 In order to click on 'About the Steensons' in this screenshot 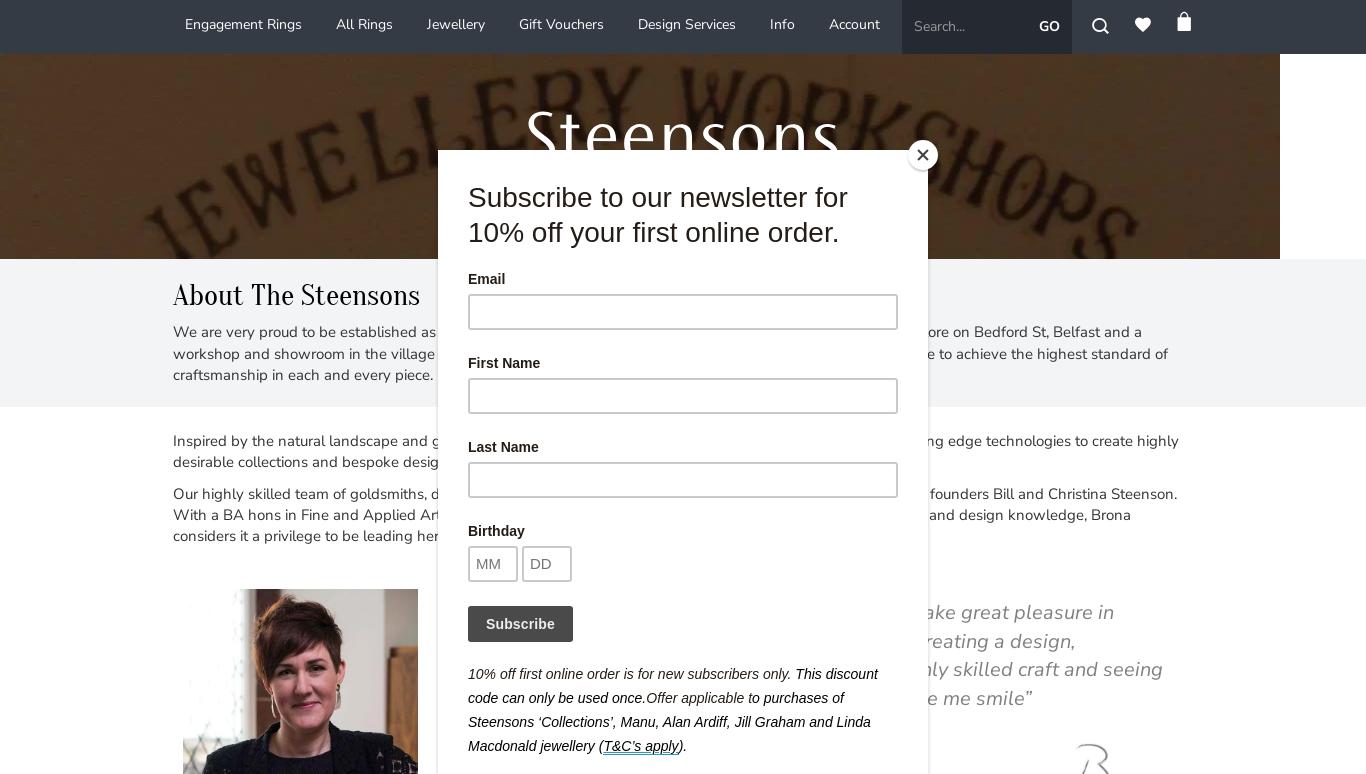, I will do `click(296, 294)`.